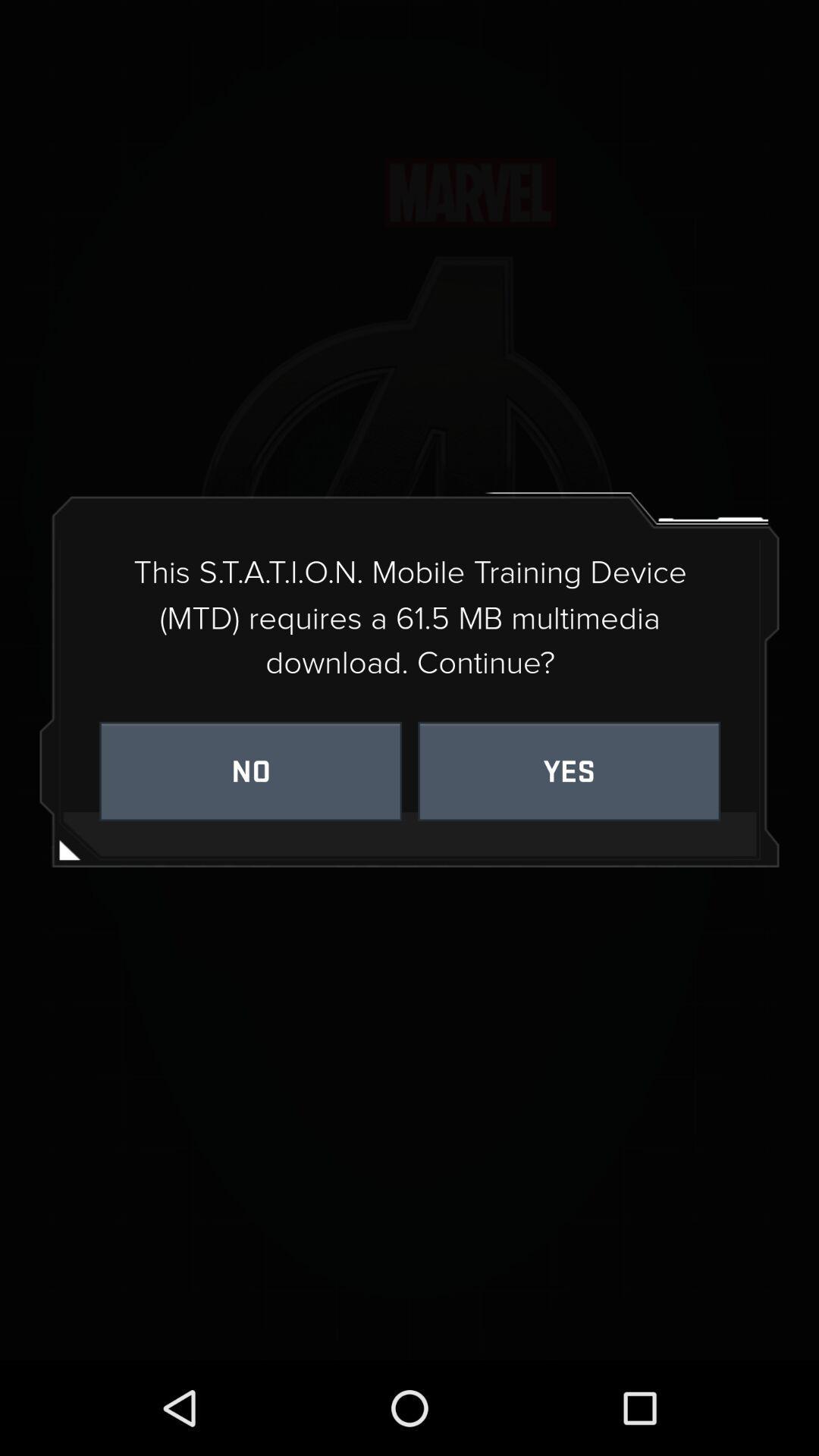 Image resolution: width=819 pixels, height=1456 pixels. I want to click on the item to the left of yes, so click(249, 771).